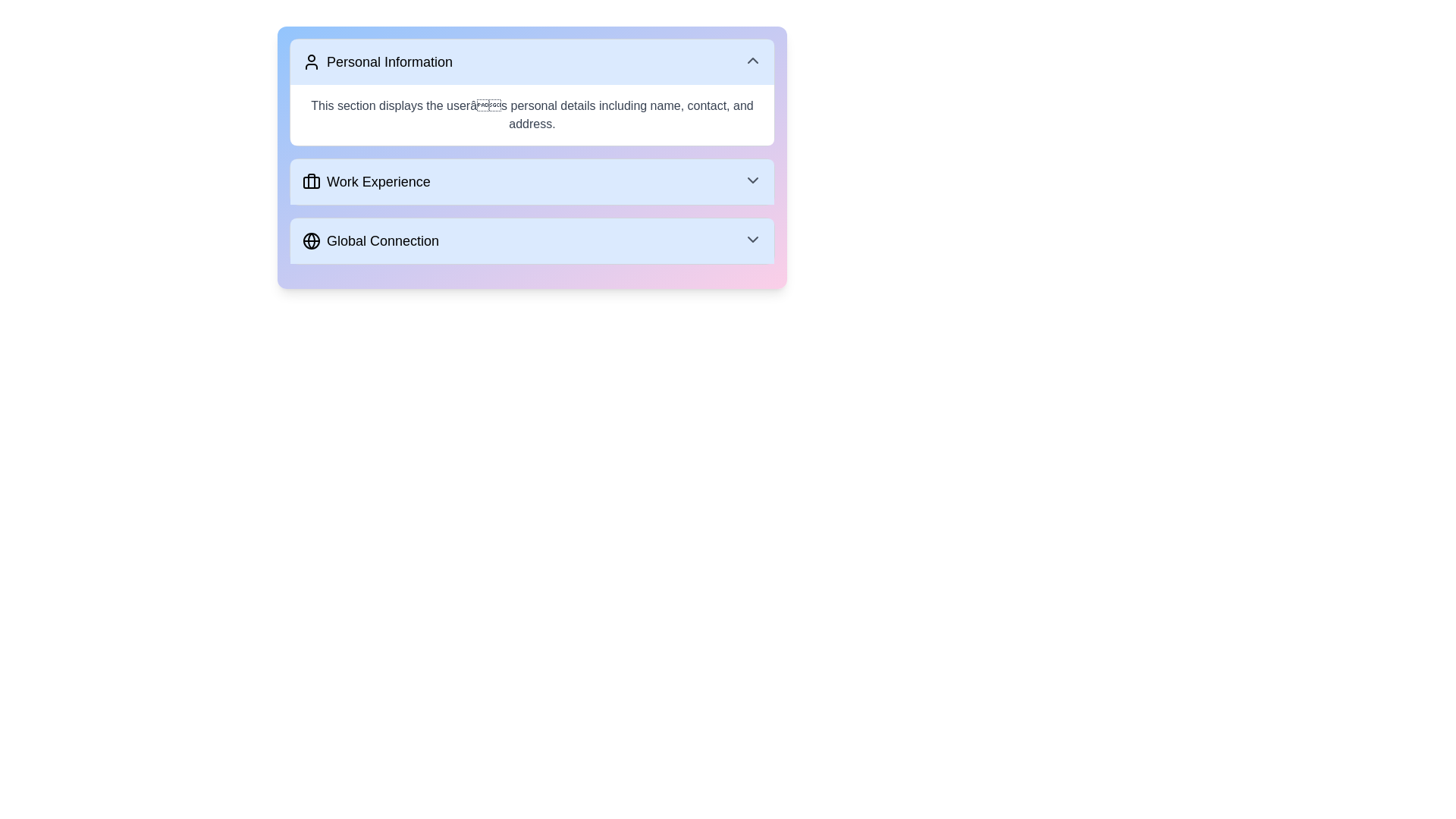 This screenshot has height=819, width=1456. Describe the element at coordinates (382, 240) in the screenshot. I see `the text label 'Global Connection' which is styled in bold and positioned next to a globe icon at the bottom section of the interface` at that location.